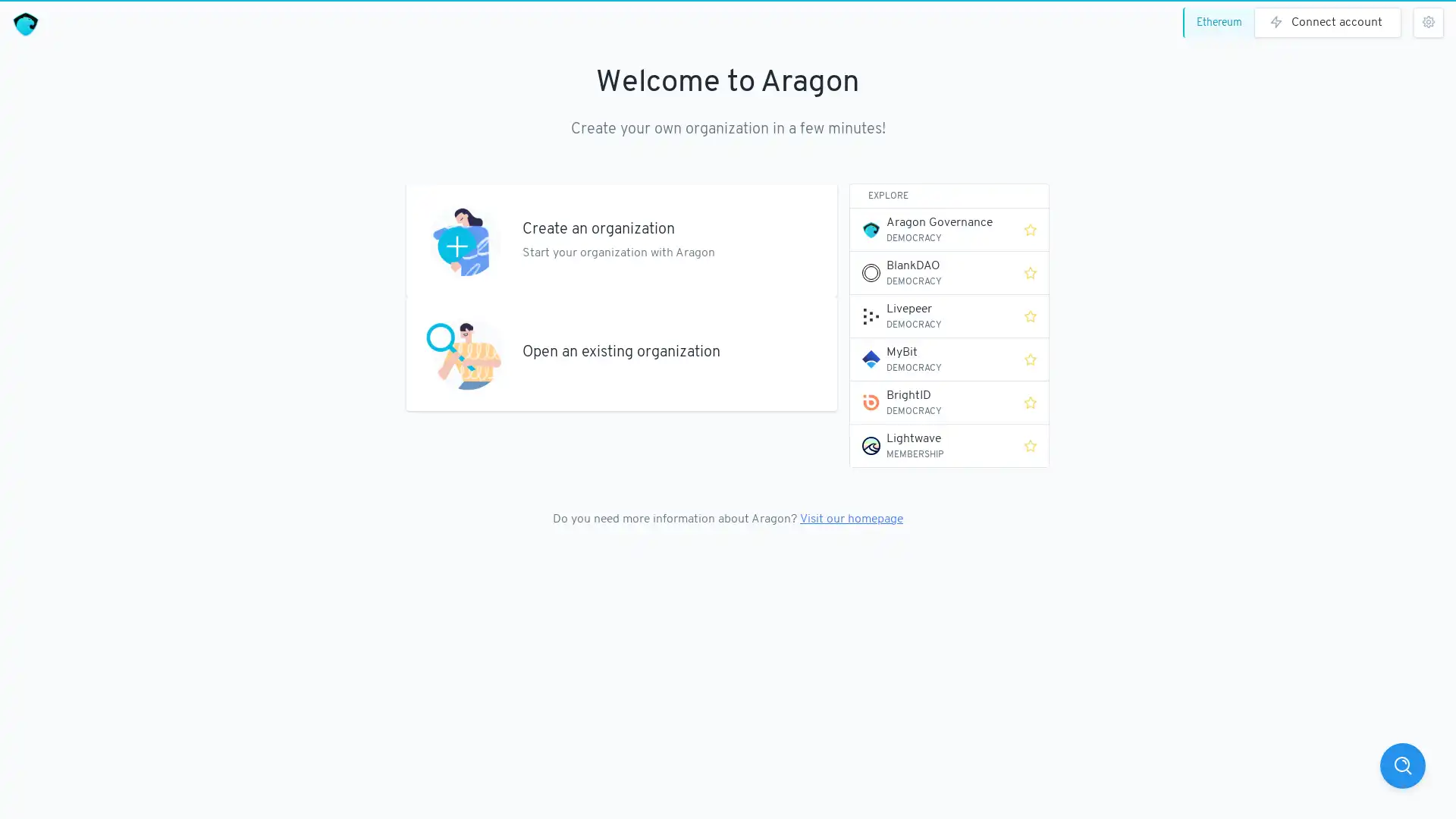 The image size is (1456, 819). I want to click on Ethereum, so click(1222, 23).